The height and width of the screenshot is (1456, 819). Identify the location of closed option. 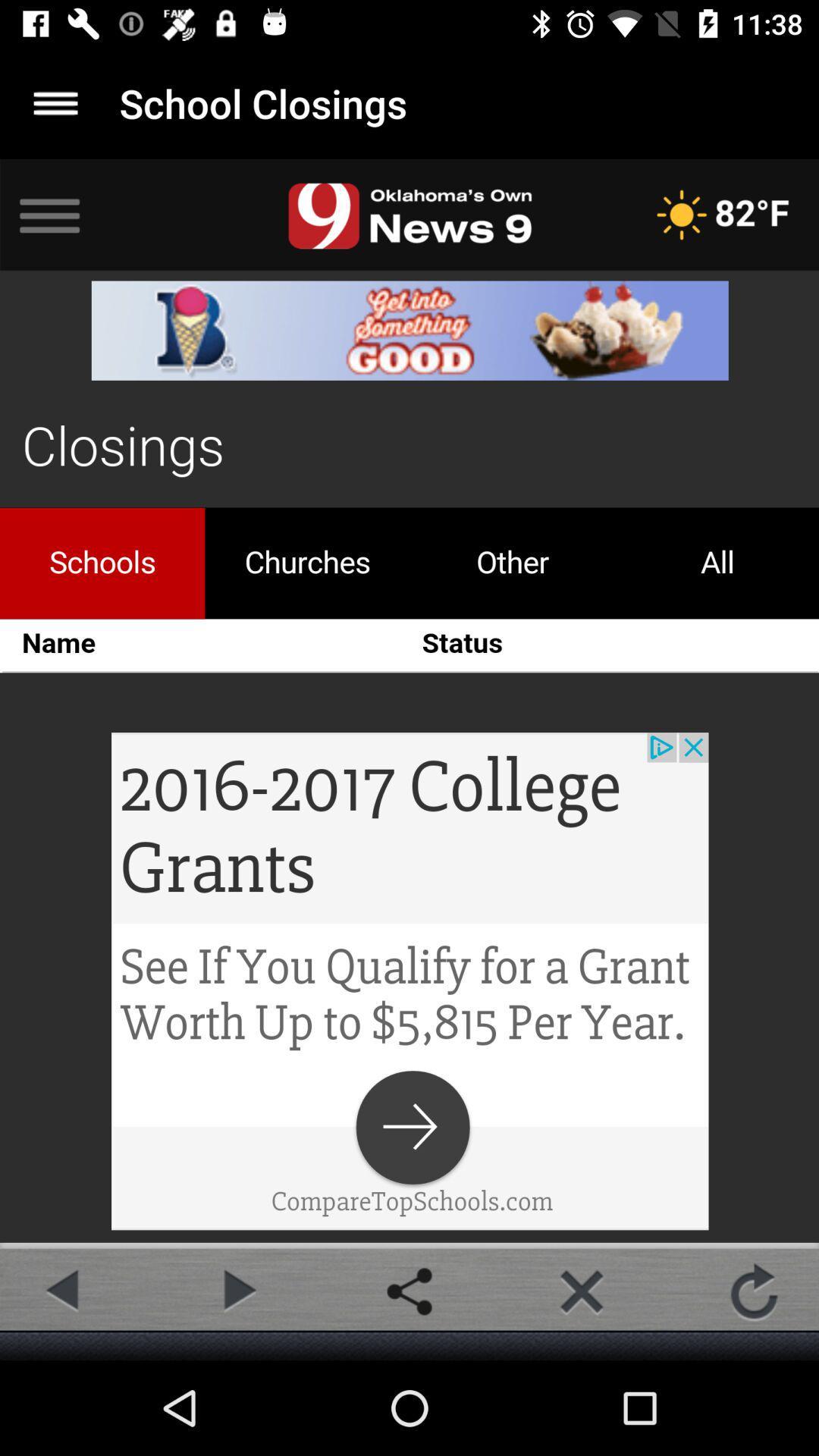
(581, 1291).